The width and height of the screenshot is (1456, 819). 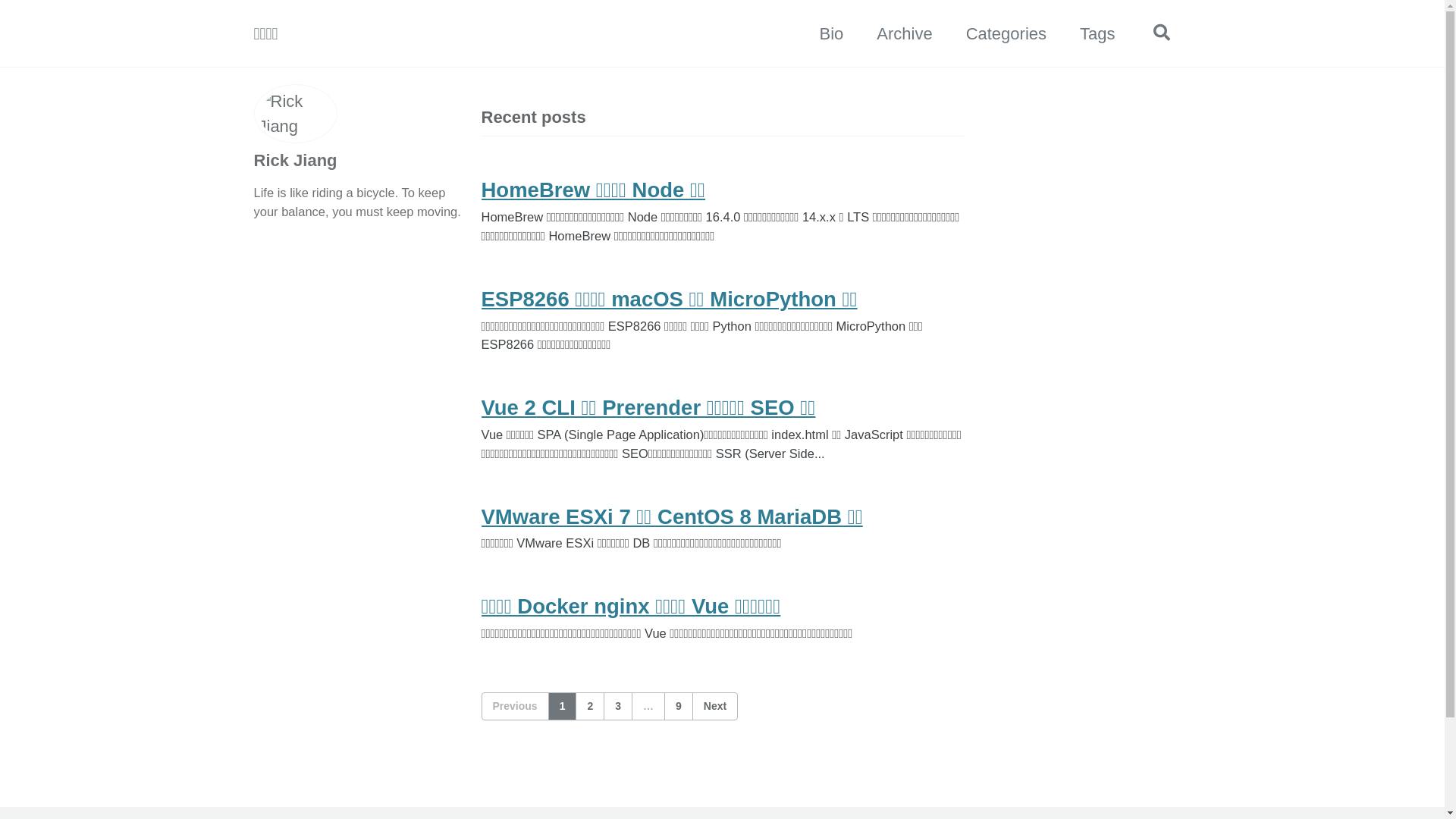 I want to click on '3', so click(x=618, y=706).